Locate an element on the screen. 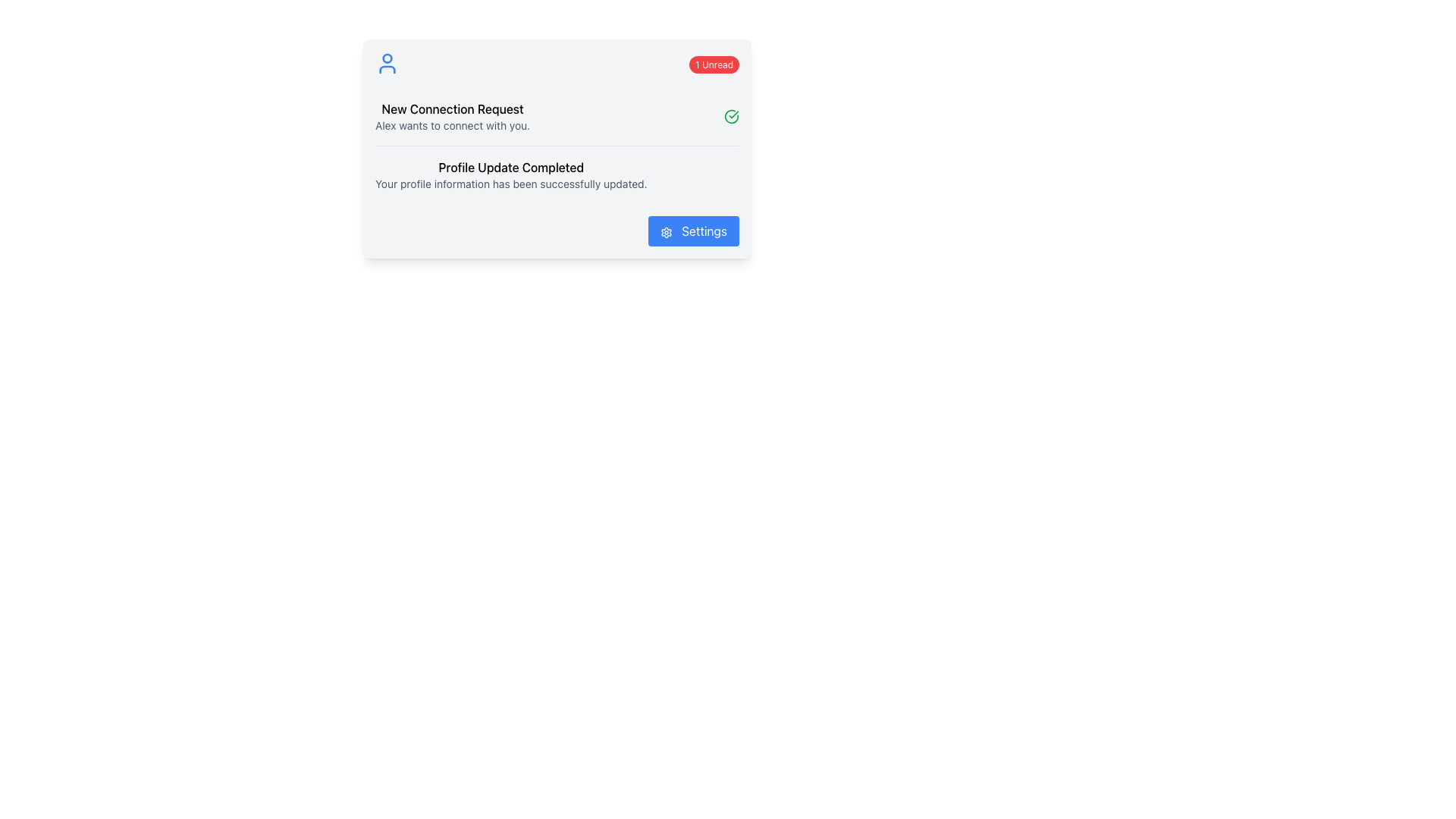 Image resolution: width=1456 pixels, height=819 pixels. text from the Text Block that displays 'New Connection Request' and 'Alex wants to connect with you.' is located at coordinates (452, 116).